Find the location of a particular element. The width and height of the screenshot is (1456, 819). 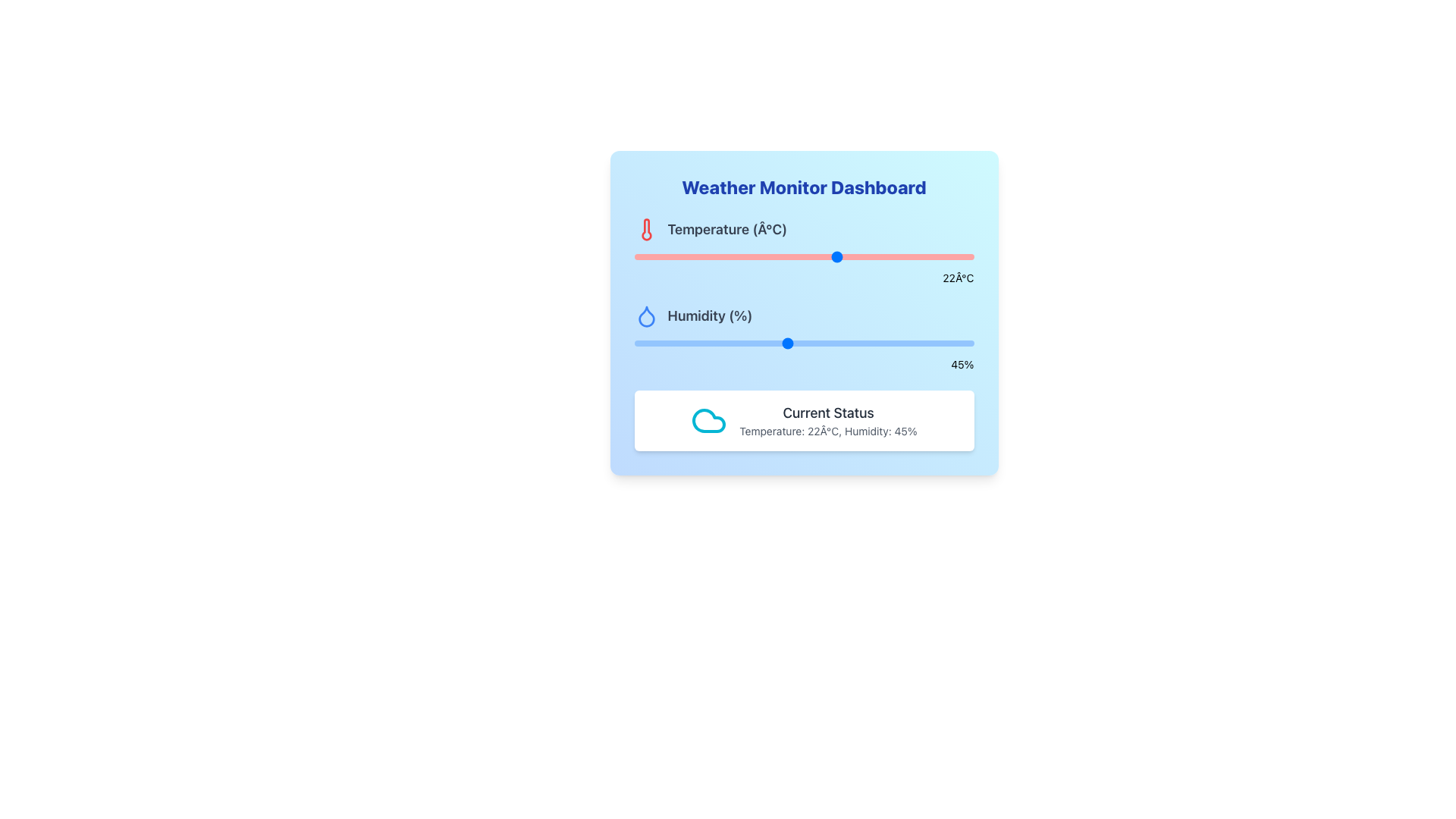

the humidity slider is located at coordinates (674, 343).